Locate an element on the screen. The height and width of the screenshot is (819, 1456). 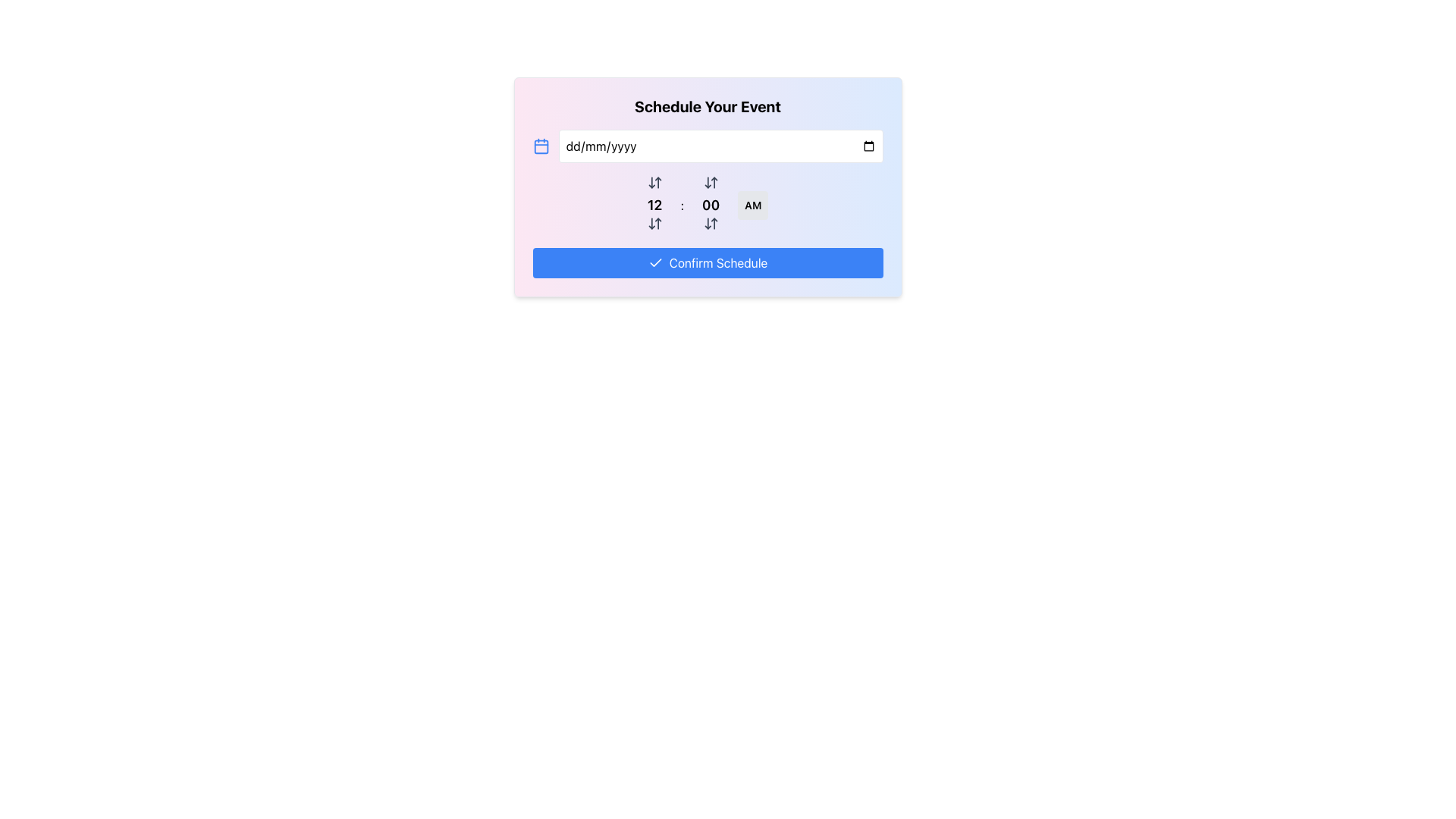
text displayed in the Text Display showing '12', which is located in the hour input field of the scheduling interface between increment and decrement arrow buttons is located at coordinates (654, 205).